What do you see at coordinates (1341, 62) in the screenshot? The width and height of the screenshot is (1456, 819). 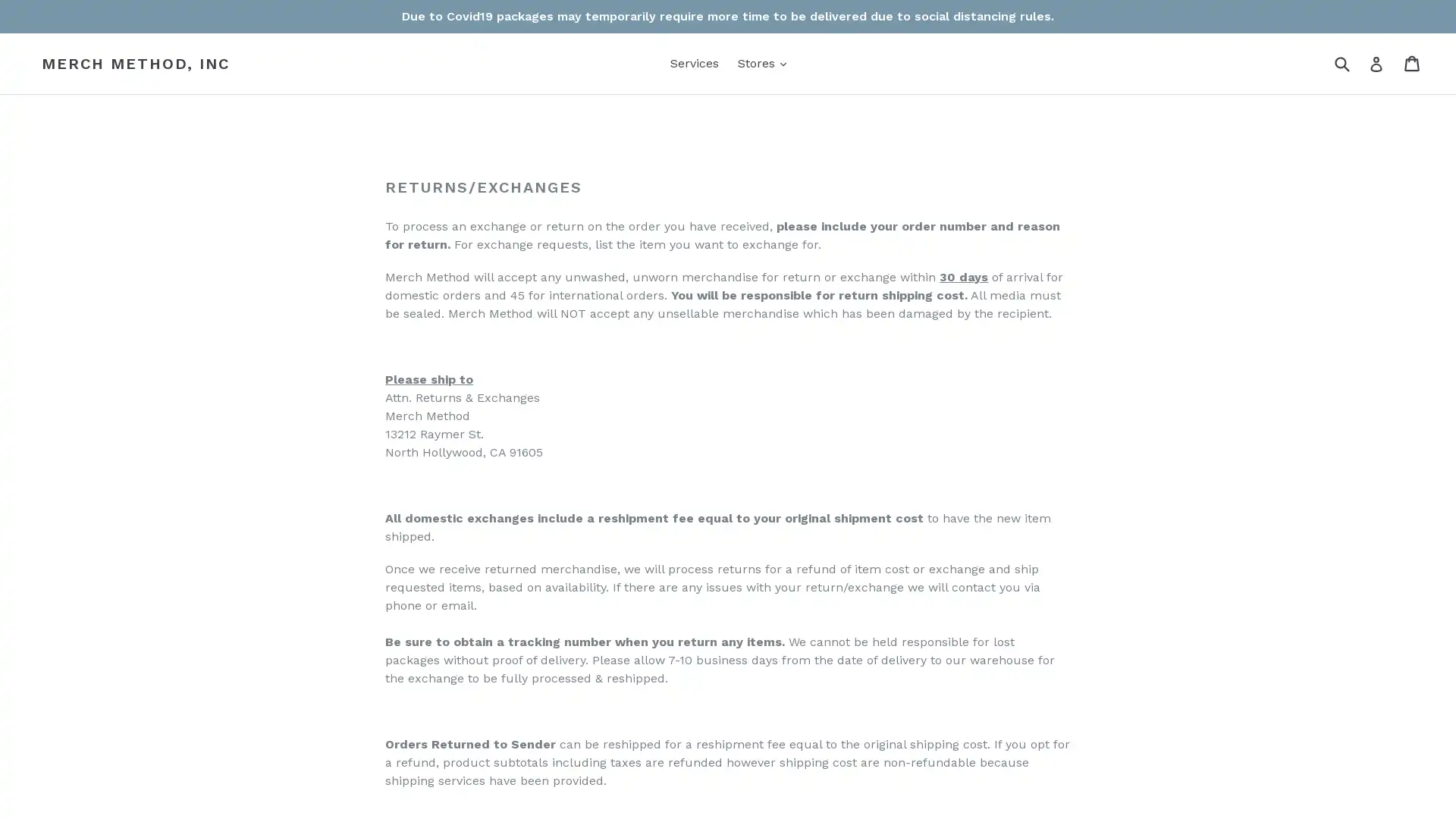 I see `Submit` at bounding box center [1341, 62].